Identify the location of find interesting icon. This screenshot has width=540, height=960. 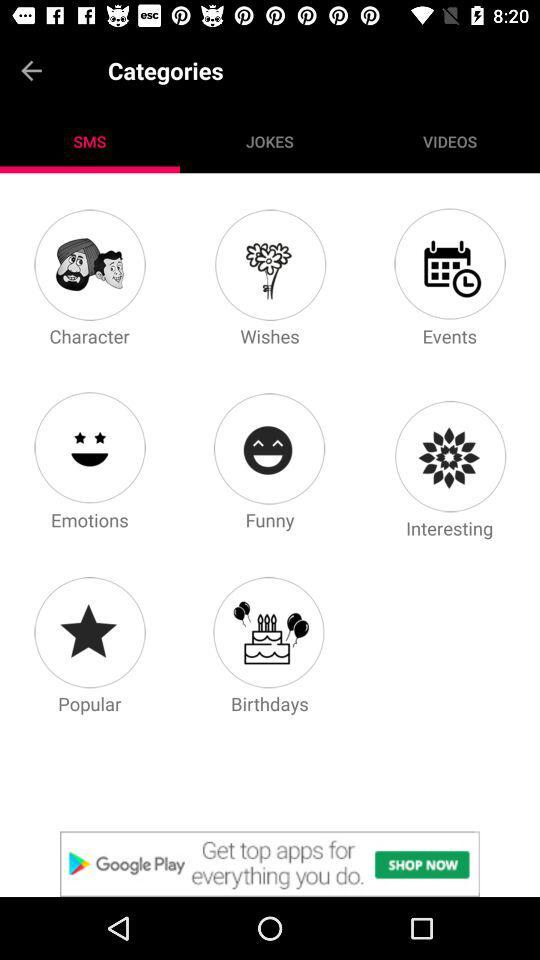
(449, 456).